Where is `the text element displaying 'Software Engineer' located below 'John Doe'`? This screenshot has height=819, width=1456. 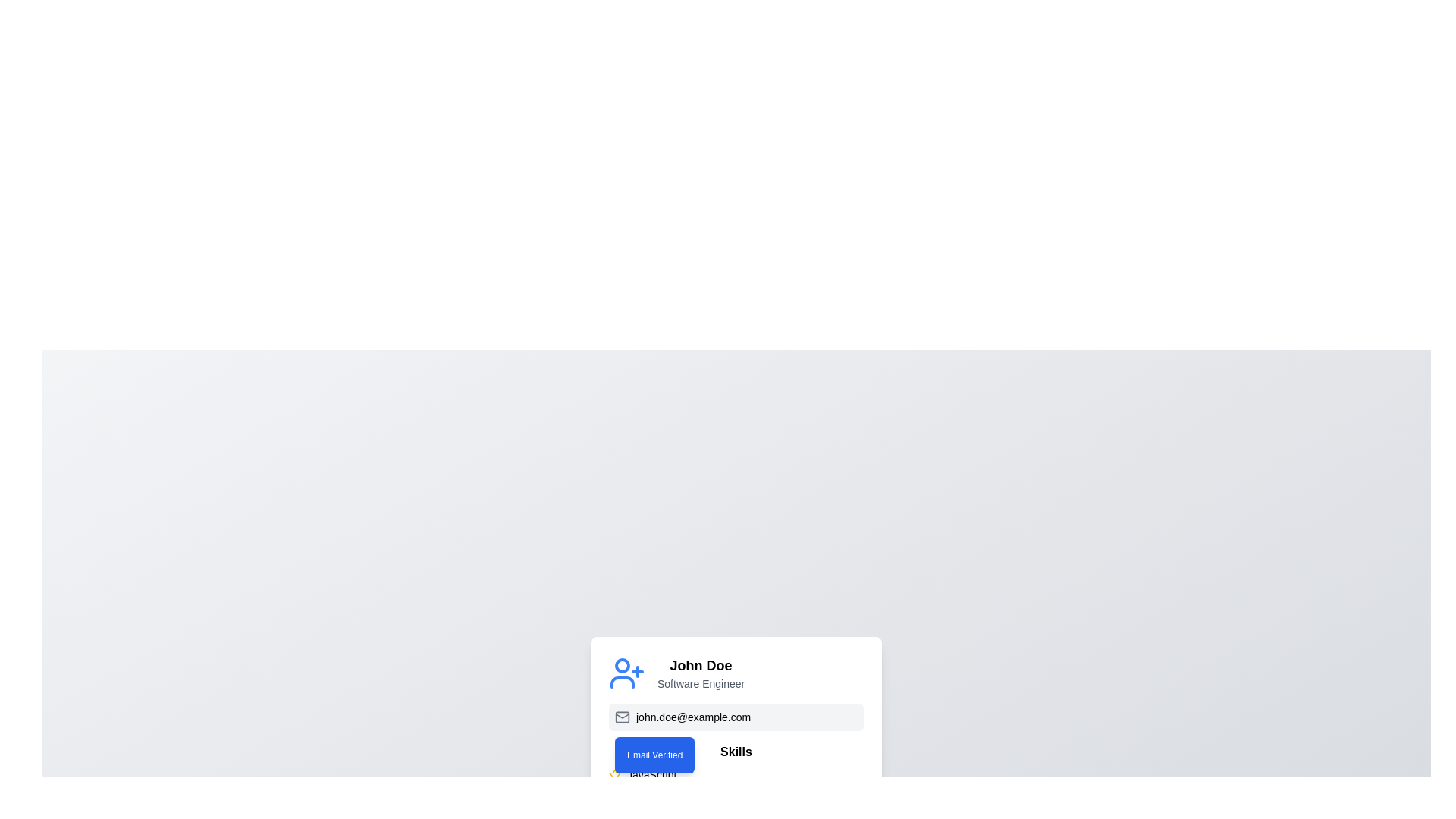 the text element displaying 'Software Engineer' located below 'John Doe' is located at coordinates (700, 684).